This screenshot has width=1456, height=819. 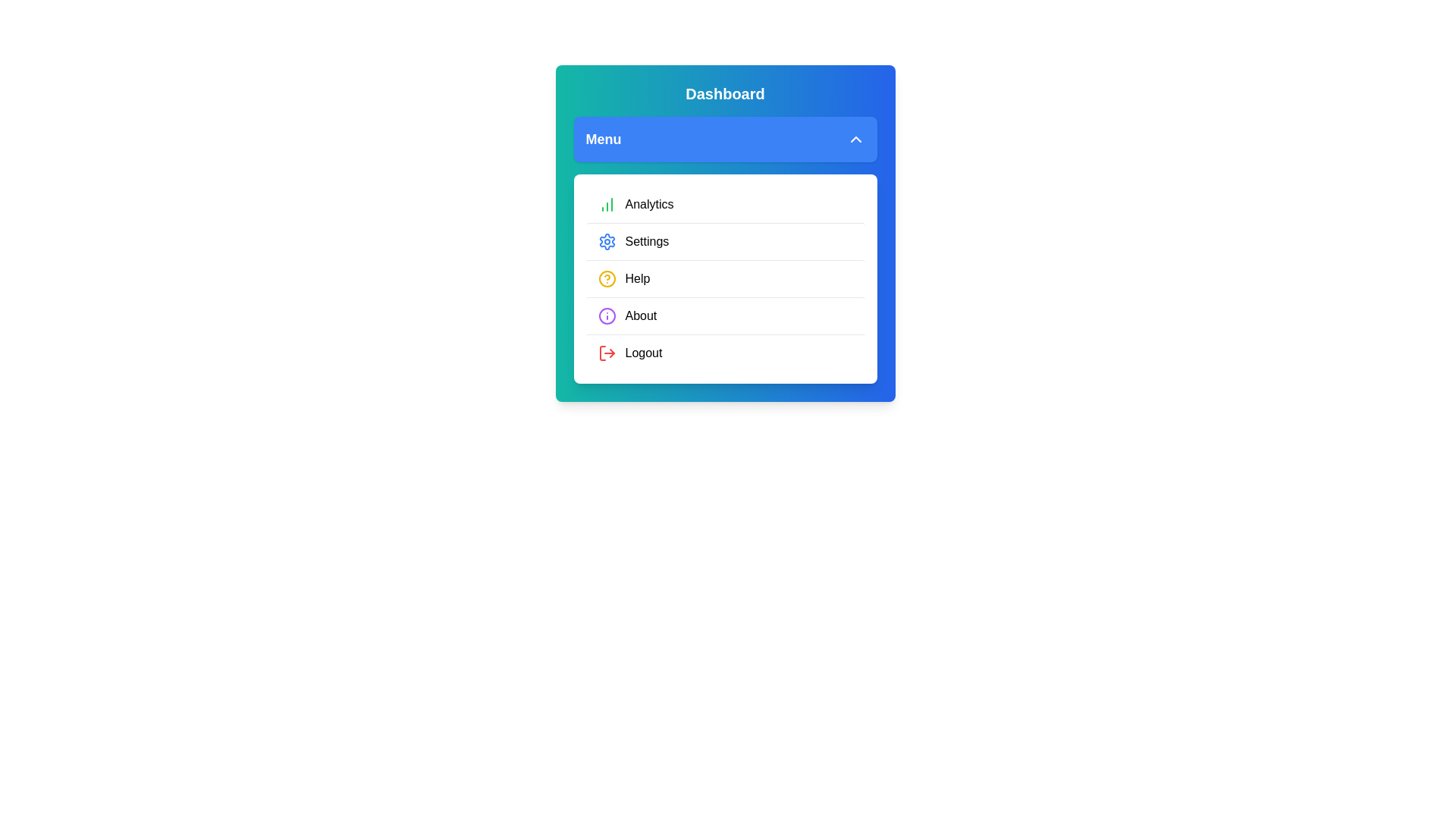 I want to click on the navigation menu component located near the top of the layout, specifically to access additional actions for the menu items, so click(x=724, y=234).